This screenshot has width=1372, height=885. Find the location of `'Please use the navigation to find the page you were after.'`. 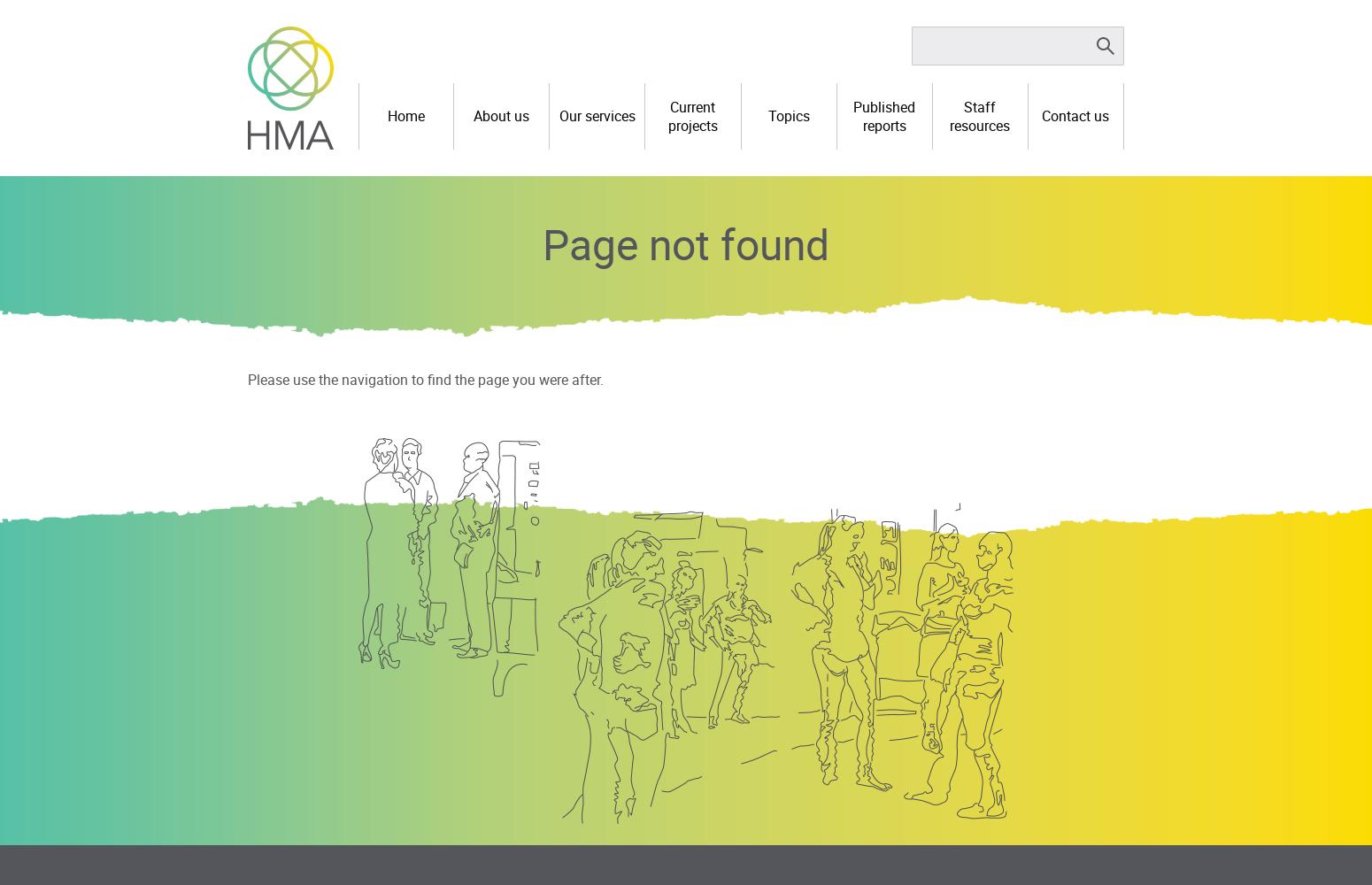

'Please use the navigation to find the page you were after.' is located at coordinates (424, 379).